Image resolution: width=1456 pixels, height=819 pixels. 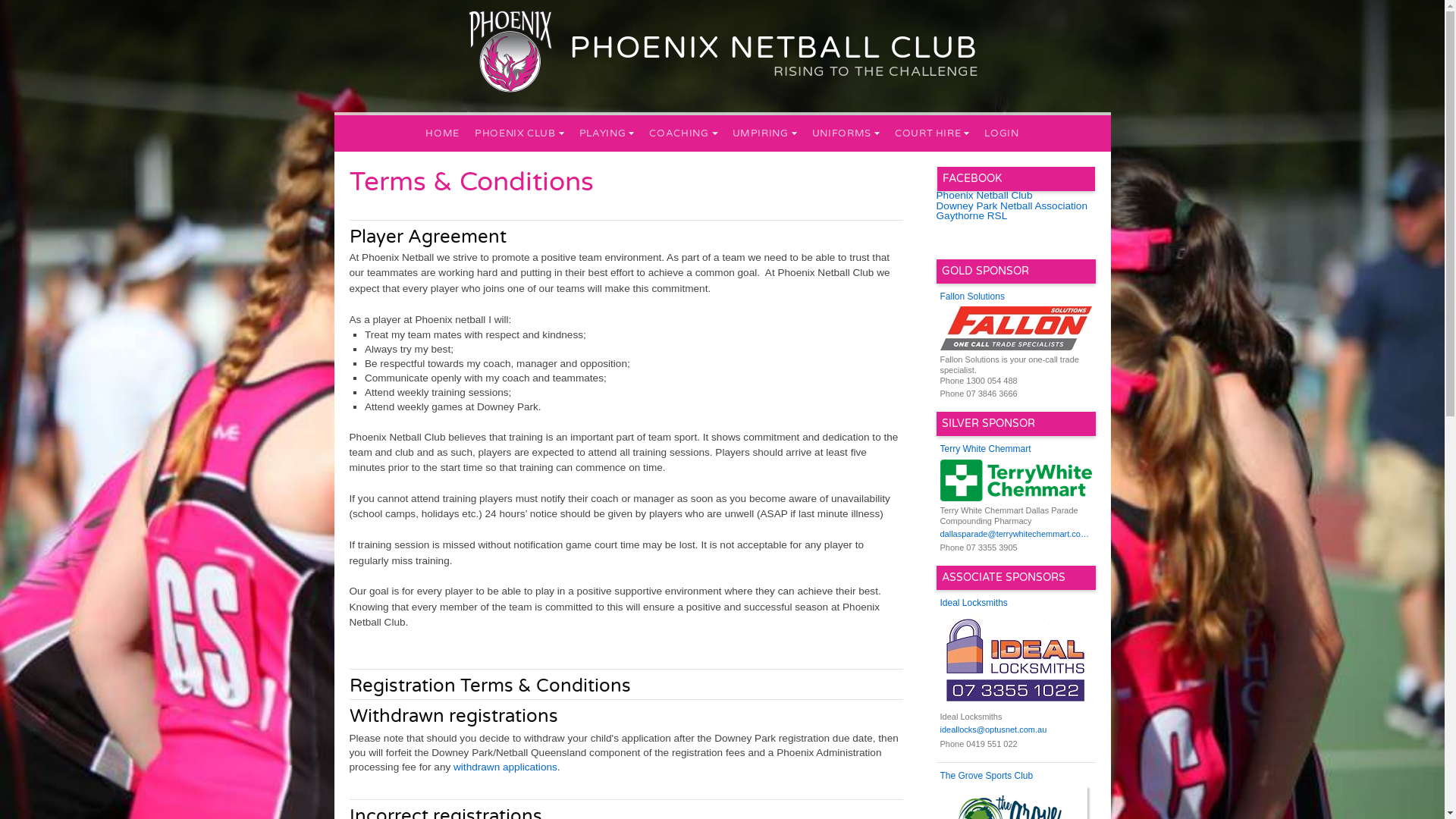 I want to click on 'Downey Park Netball Association', so click(x=1011, y=206).